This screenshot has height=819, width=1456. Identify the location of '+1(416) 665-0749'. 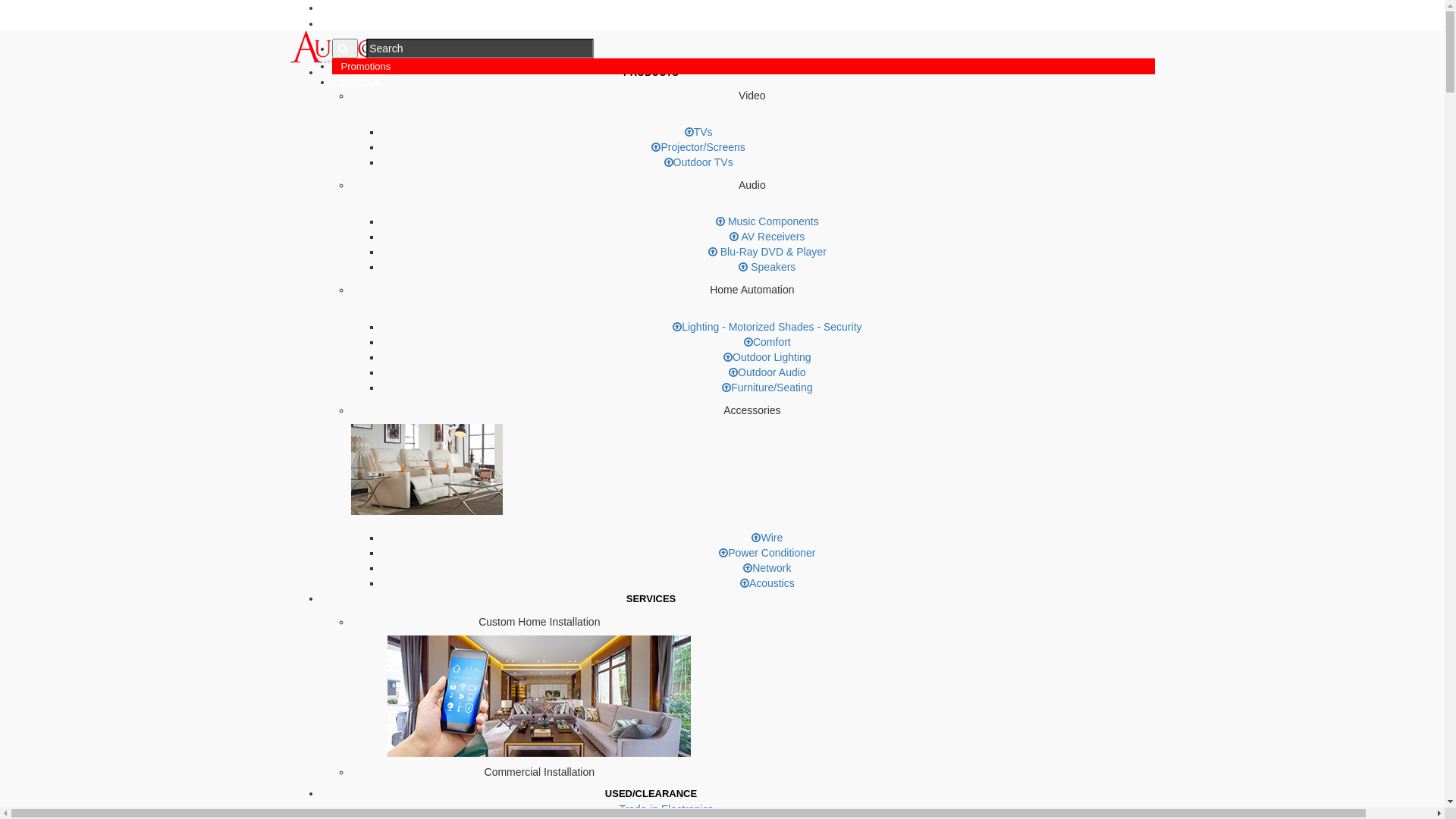
(366, 8).